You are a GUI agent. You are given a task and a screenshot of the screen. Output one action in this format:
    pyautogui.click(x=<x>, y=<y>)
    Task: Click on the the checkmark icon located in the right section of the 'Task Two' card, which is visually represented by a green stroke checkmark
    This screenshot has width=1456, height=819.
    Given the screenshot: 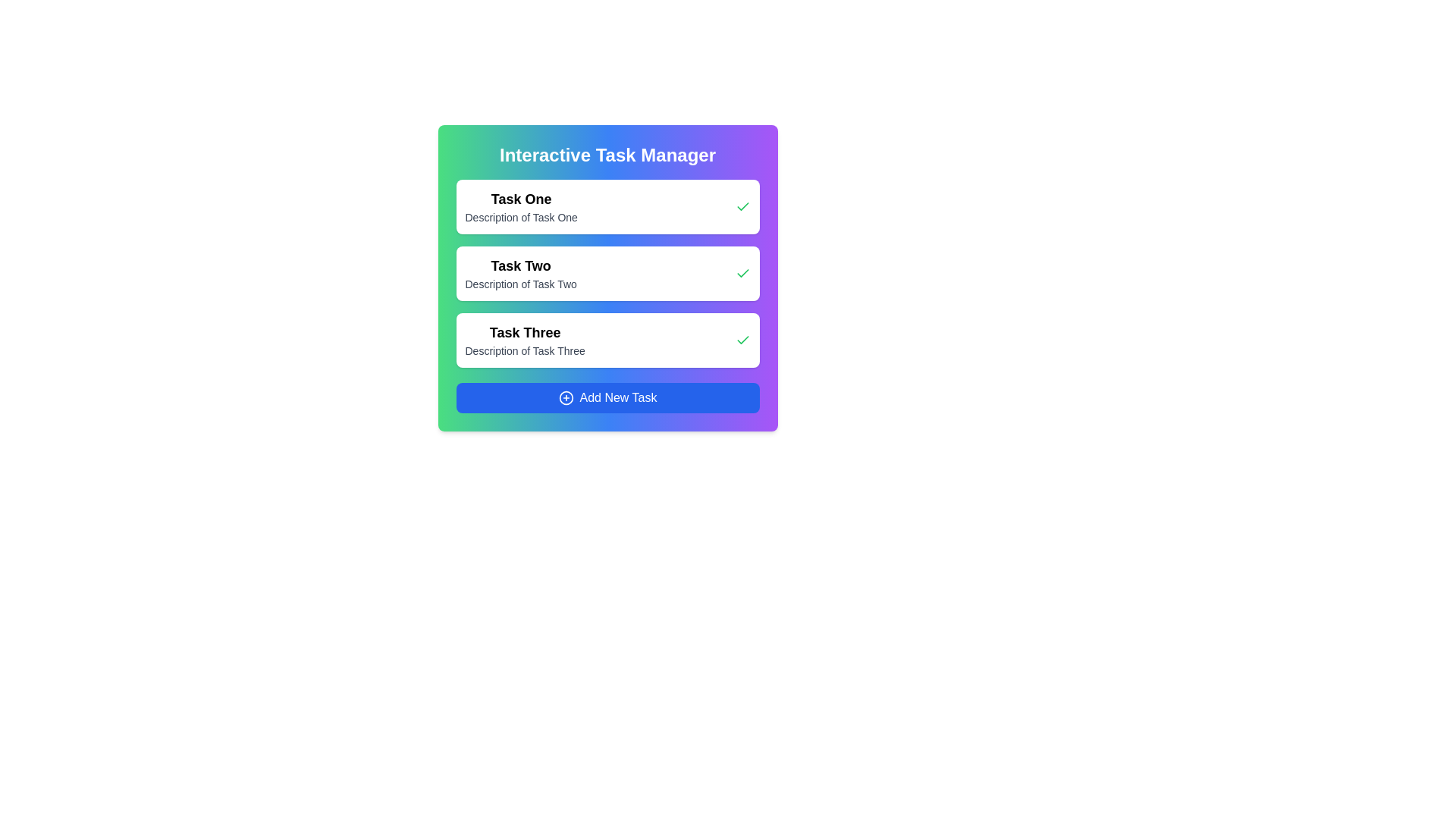 What is the action you would take?
    pyautogui.click(x=742, y=273)
    